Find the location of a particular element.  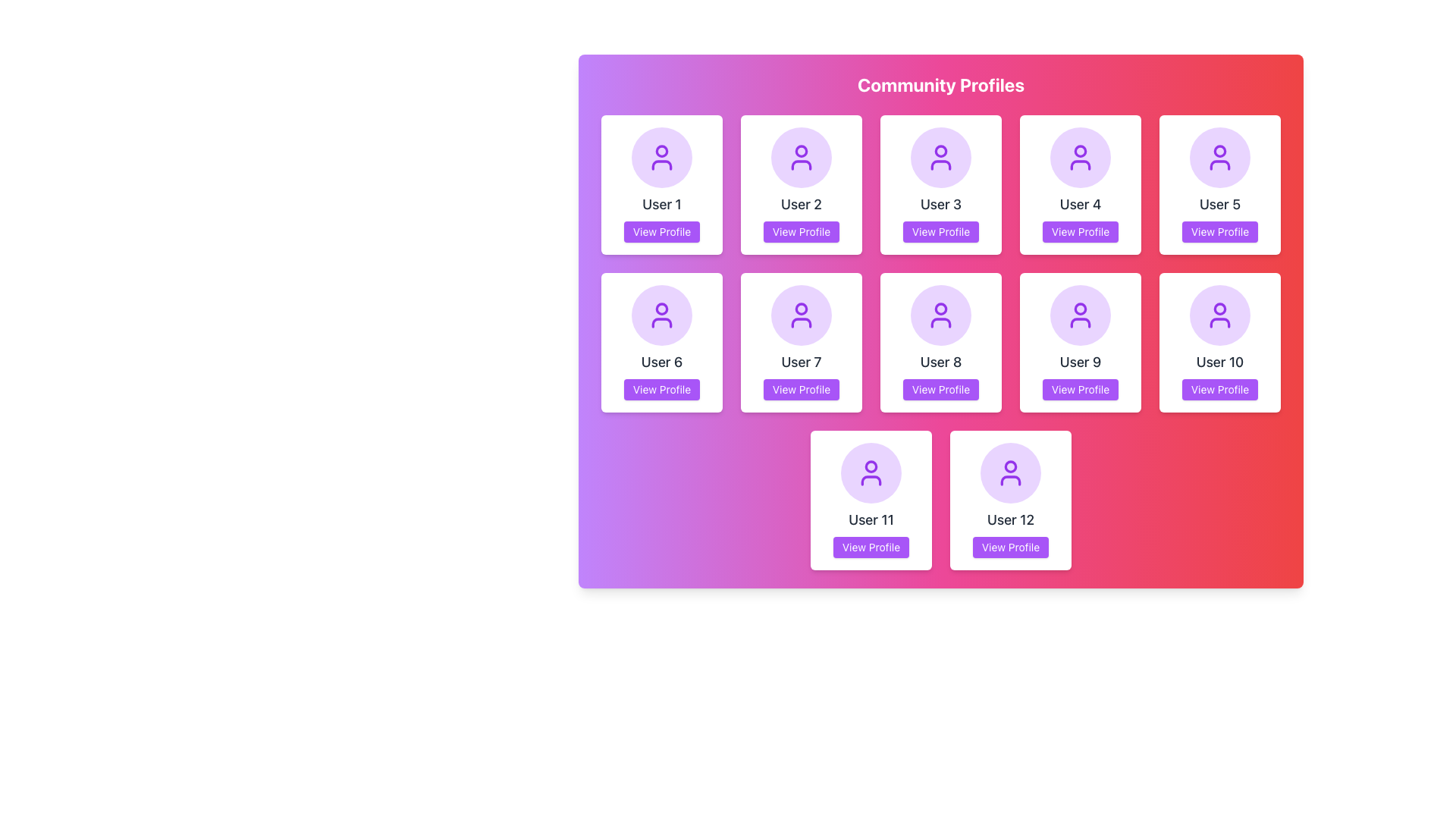

the purple circular decoration located in the center of the user avatar within the 'User 11' profile card is located at coordinates (871, 465).